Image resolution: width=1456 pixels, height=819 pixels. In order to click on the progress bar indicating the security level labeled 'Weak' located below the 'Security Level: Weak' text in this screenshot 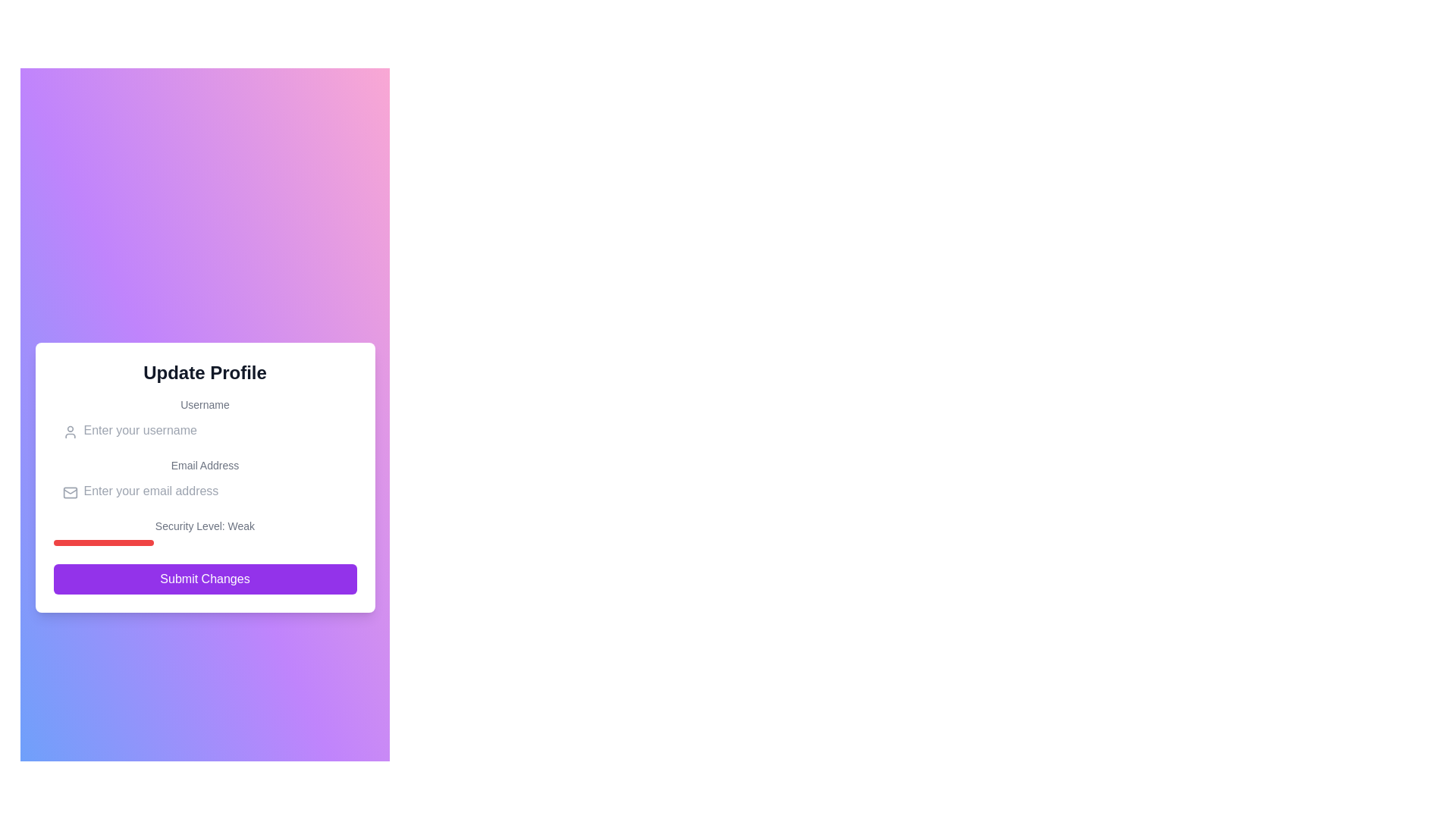, I will do `click(102, 542)`.